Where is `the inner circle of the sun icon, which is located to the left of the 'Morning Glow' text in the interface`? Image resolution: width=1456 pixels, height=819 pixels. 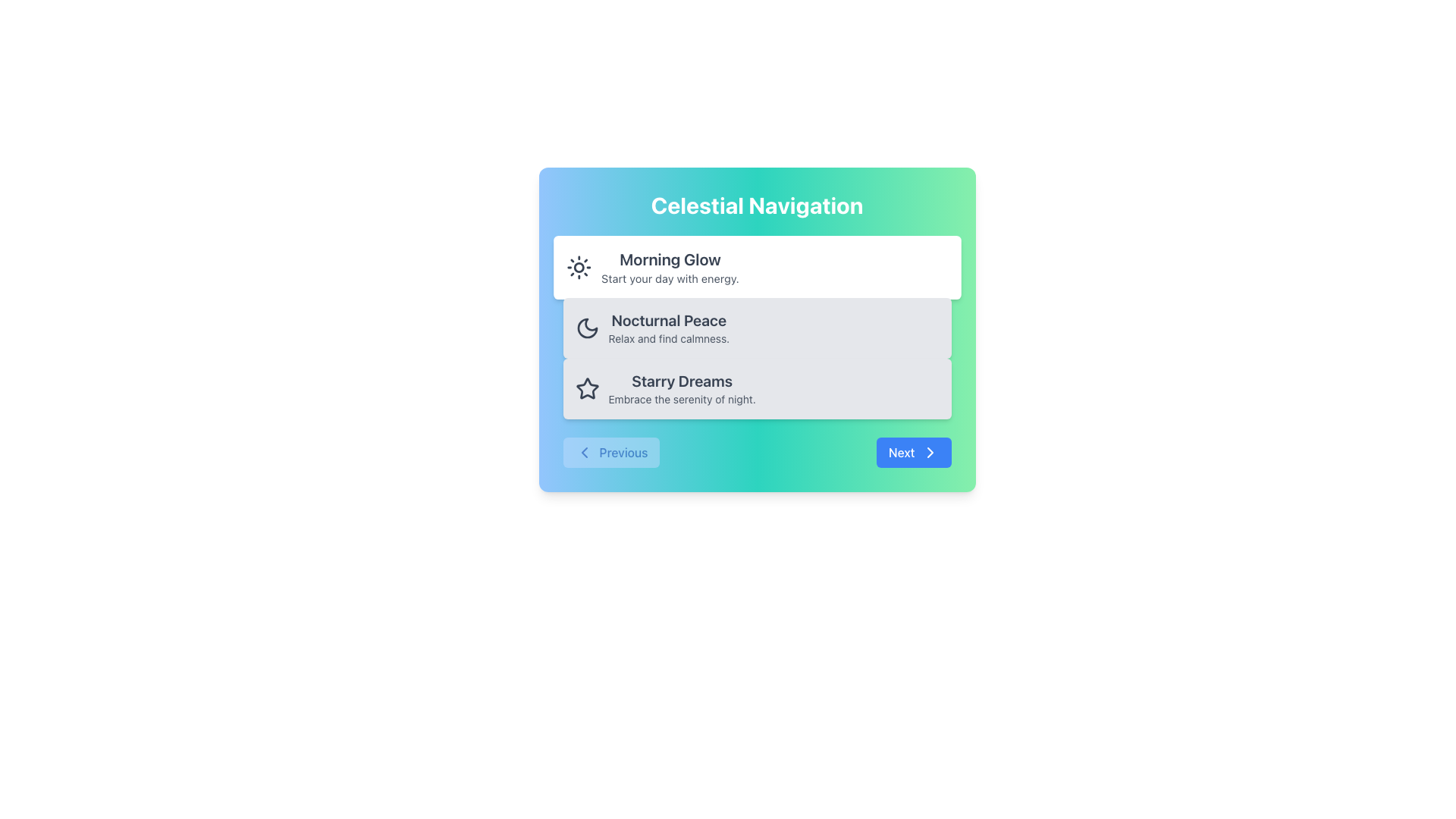
the inner circle of the sun icon, which is located to the left of the 'Morning Glow' text in the interface is located at coordinates (578, 267).